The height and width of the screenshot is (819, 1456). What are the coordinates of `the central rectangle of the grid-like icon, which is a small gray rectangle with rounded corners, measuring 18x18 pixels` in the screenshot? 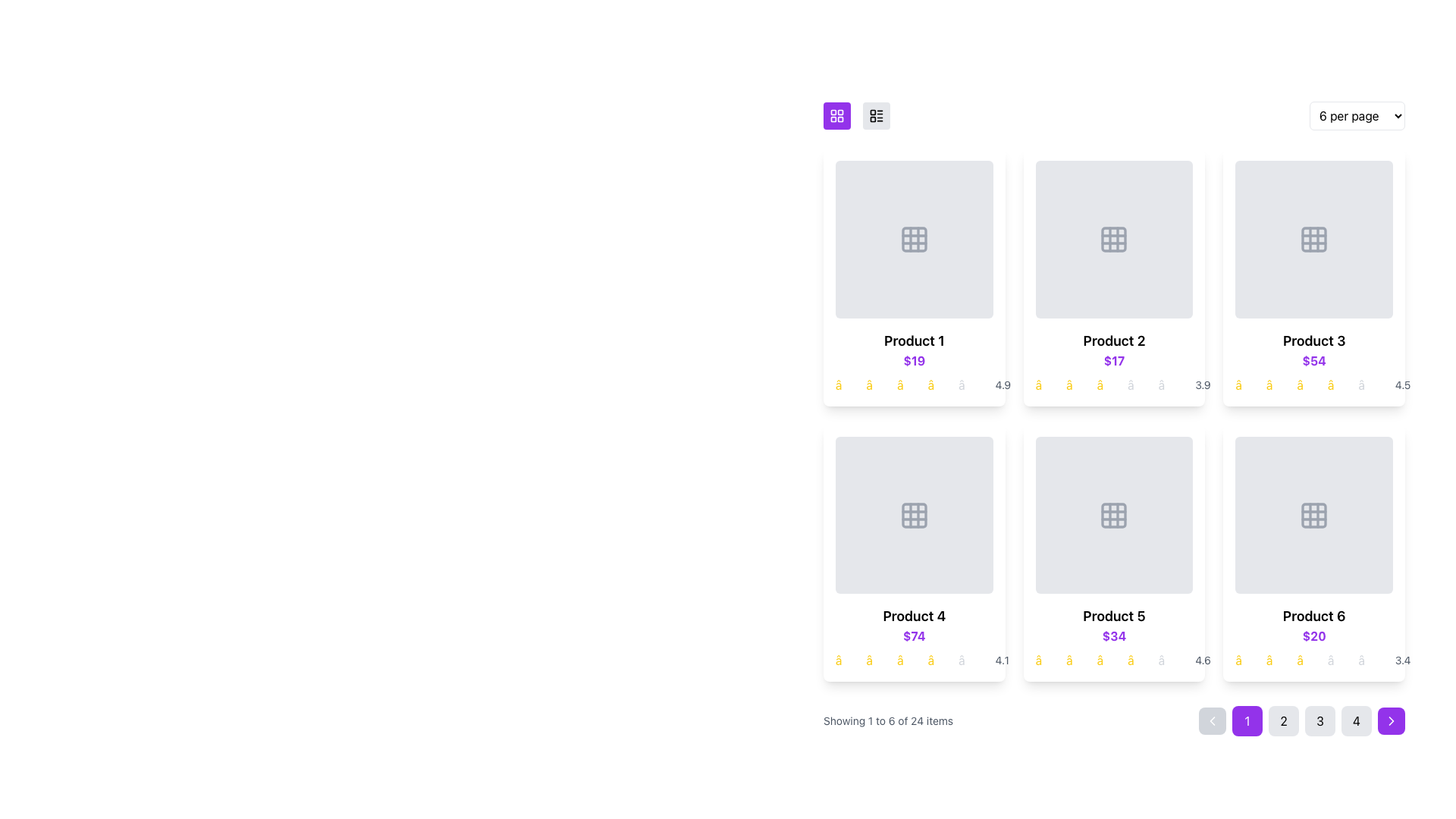 It's located at (913, 239).